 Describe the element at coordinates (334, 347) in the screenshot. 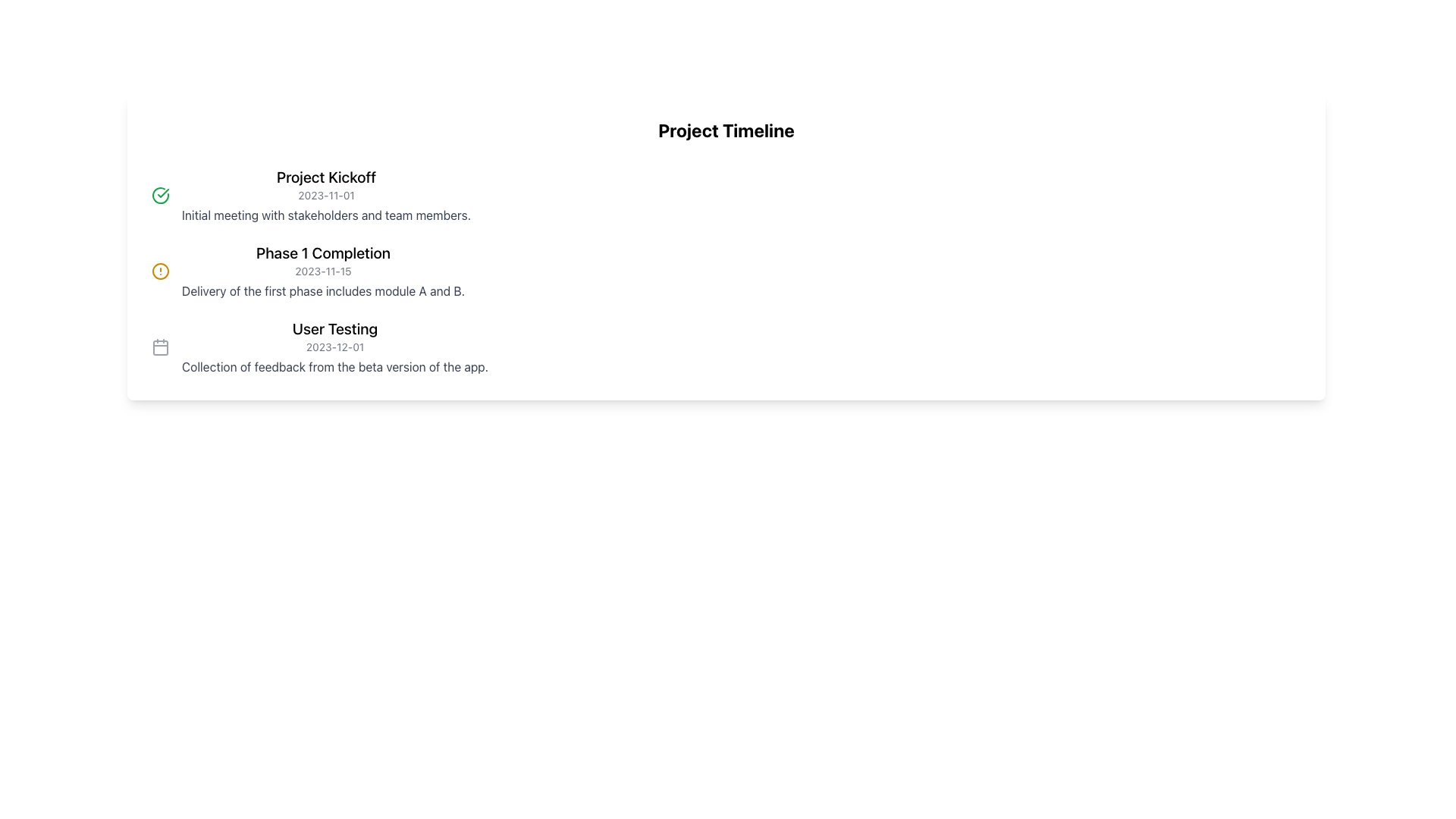

I see `the text label displaying the date '2023-12-01', which is styled in light gray and positioned beneath the header 'User Testing'` at that location.